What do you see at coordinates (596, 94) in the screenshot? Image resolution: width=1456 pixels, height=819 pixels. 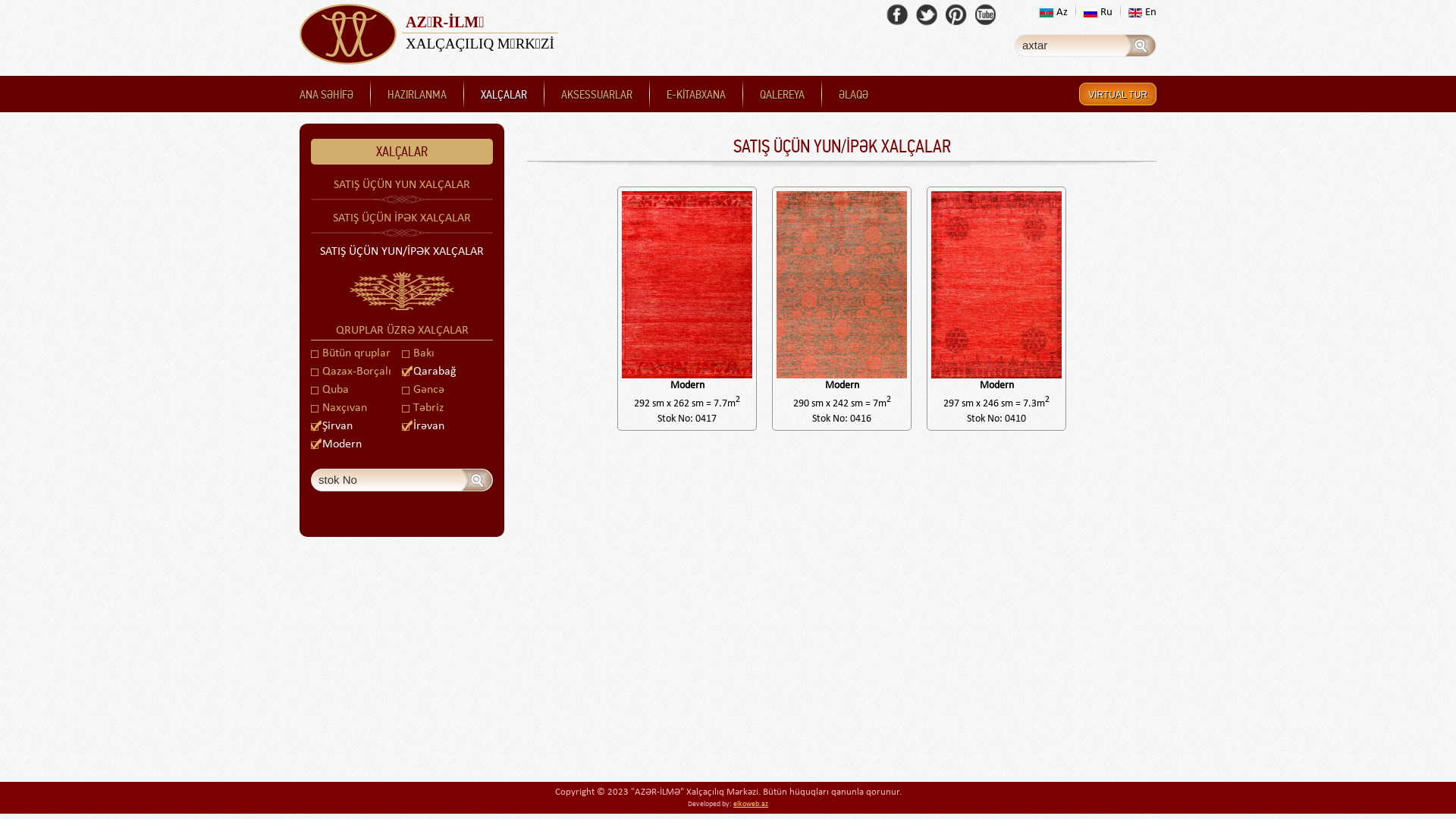 I see `'AKSESSUARLAR'` at bounding box center [596, 94].